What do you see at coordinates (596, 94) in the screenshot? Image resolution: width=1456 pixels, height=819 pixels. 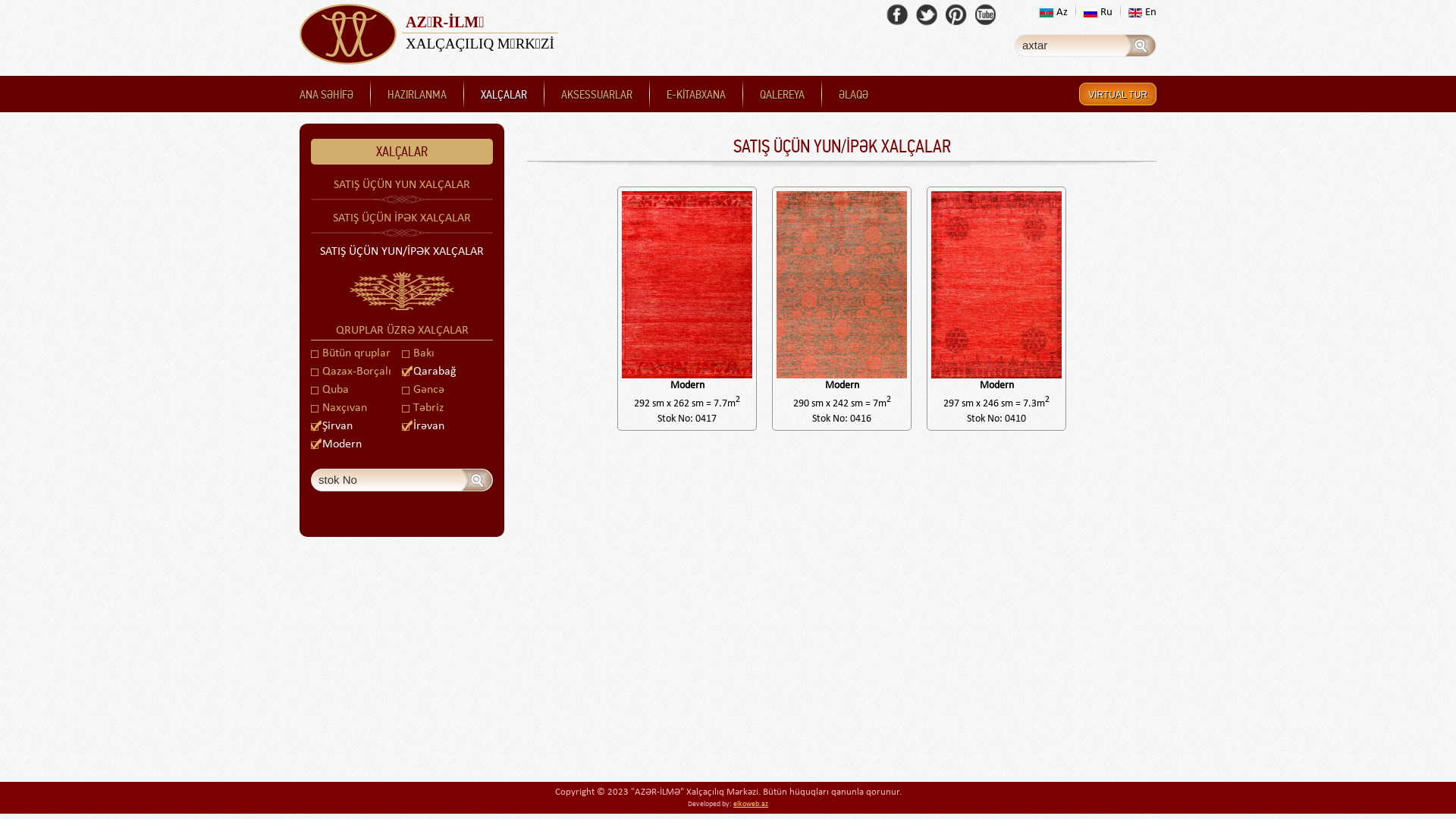 I see `'AKSESSUARLAR'` at bounding box center [596, 94].